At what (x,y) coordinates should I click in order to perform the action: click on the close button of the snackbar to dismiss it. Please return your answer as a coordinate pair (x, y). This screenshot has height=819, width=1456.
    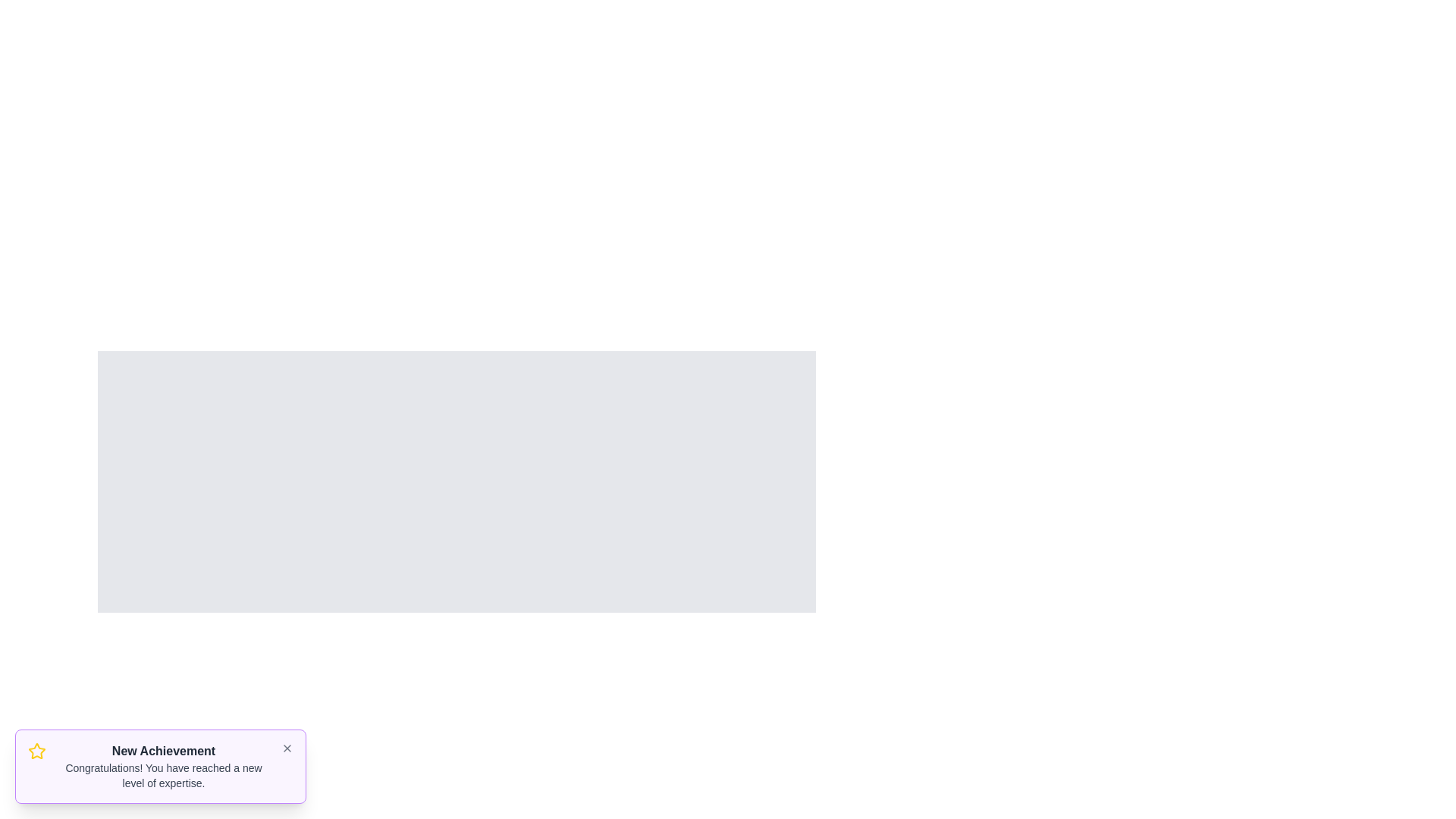
    Looking at the image, I should click on (287, 748).